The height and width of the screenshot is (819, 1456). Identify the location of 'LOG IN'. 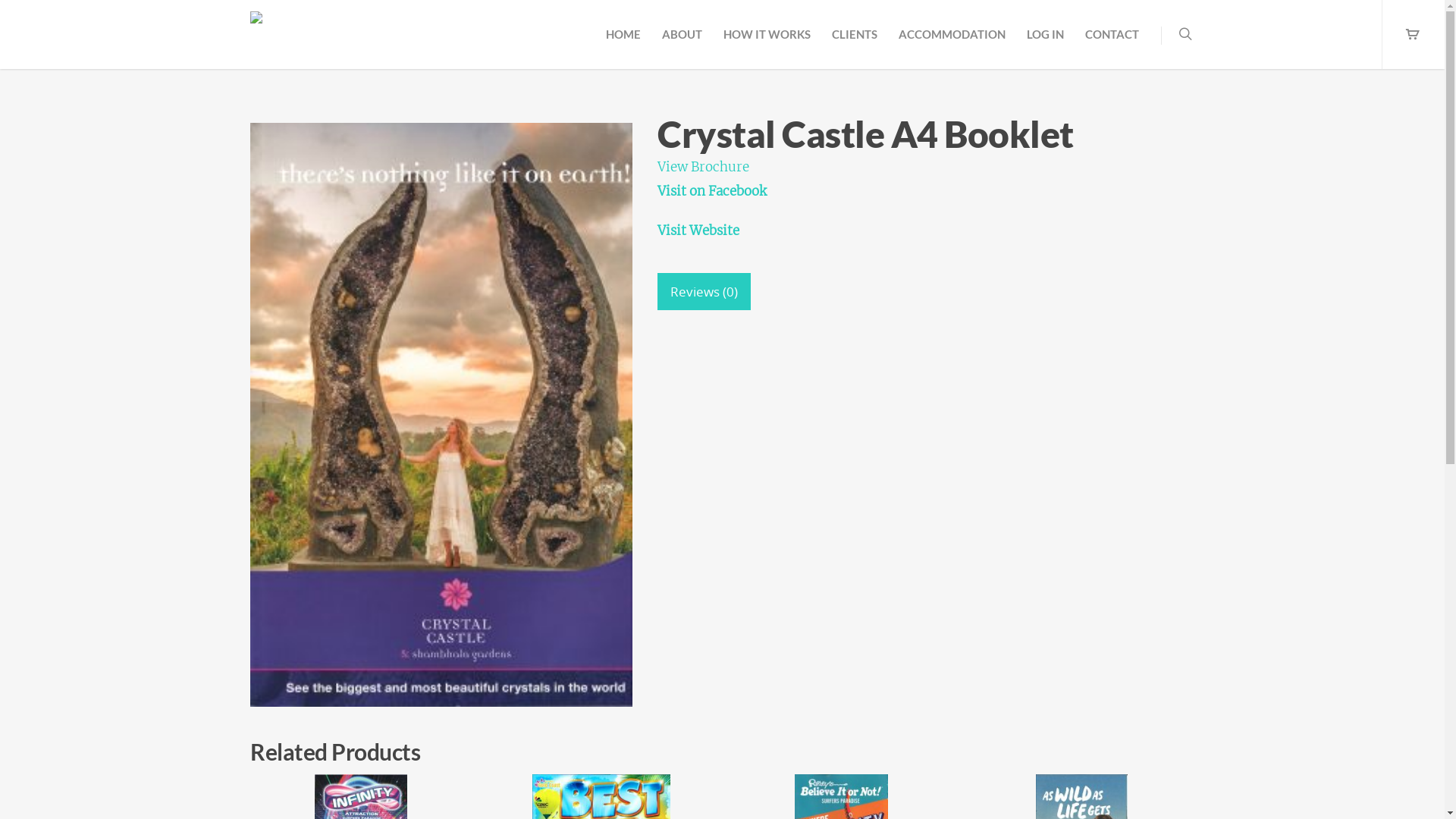
(1044, 39).